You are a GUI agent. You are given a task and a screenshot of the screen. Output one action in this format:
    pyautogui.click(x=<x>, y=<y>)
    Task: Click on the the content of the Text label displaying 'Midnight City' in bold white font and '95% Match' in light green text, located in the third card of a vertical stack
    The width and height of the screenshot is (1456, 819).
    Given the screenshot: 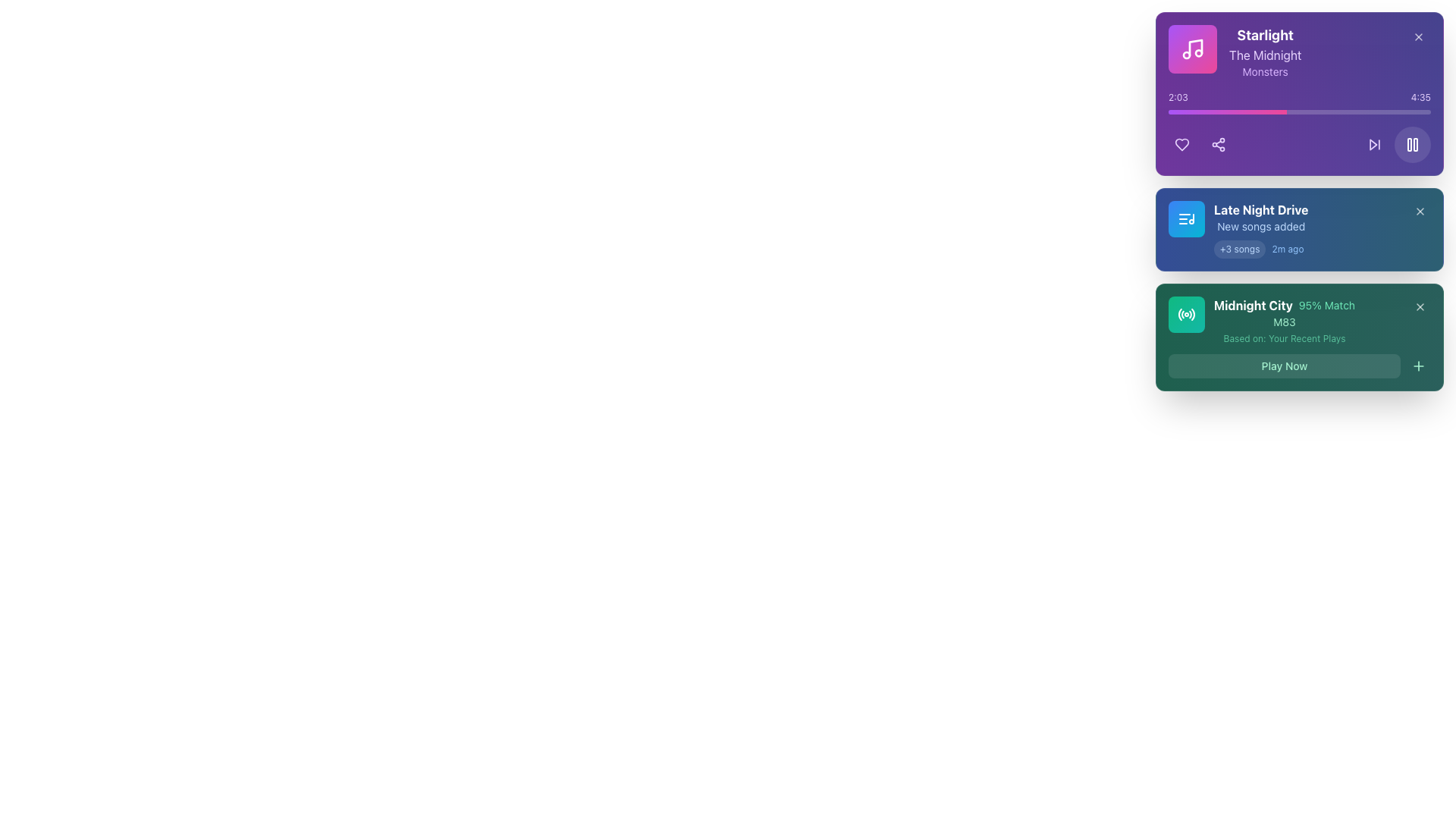 What is the action you would take?
    pyautogui.click(x=1284, y=305)
    